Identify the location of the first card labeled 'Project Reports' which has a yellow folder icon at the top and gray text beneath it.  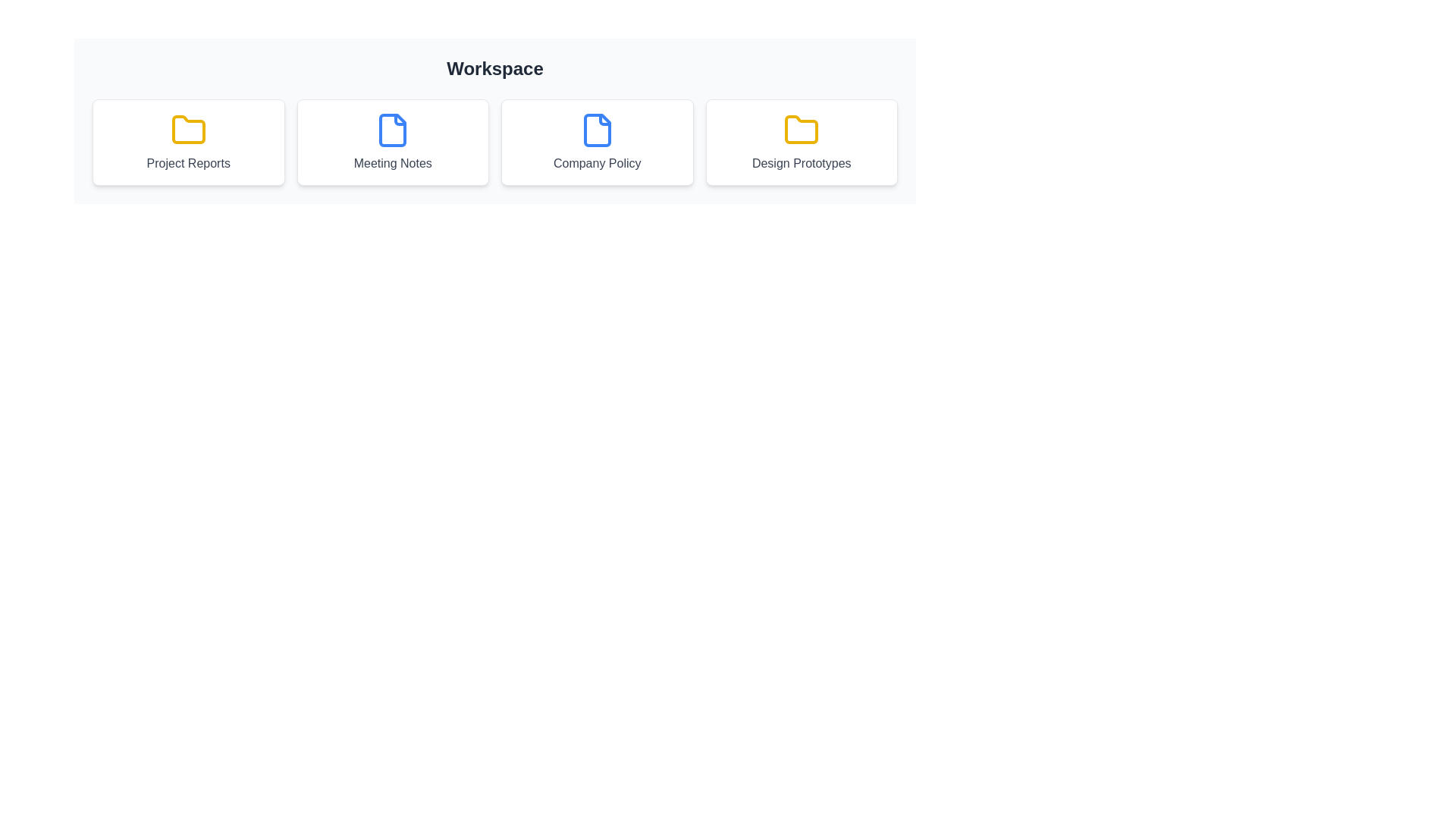
(187, 143).